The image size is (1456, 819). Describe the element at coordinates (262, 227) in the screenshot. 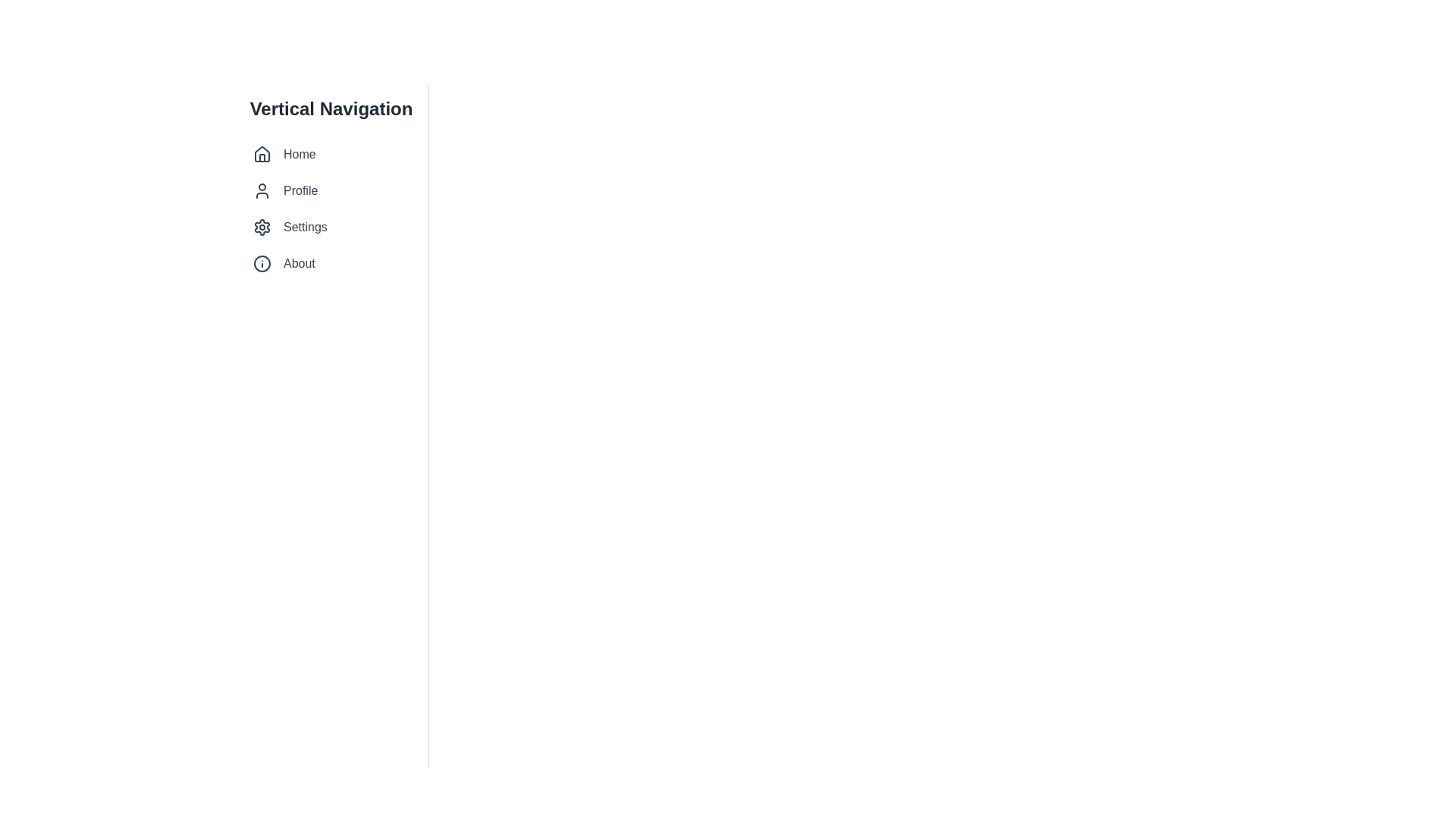

I see `the gear icon in the vertical navigation menu` at that location.